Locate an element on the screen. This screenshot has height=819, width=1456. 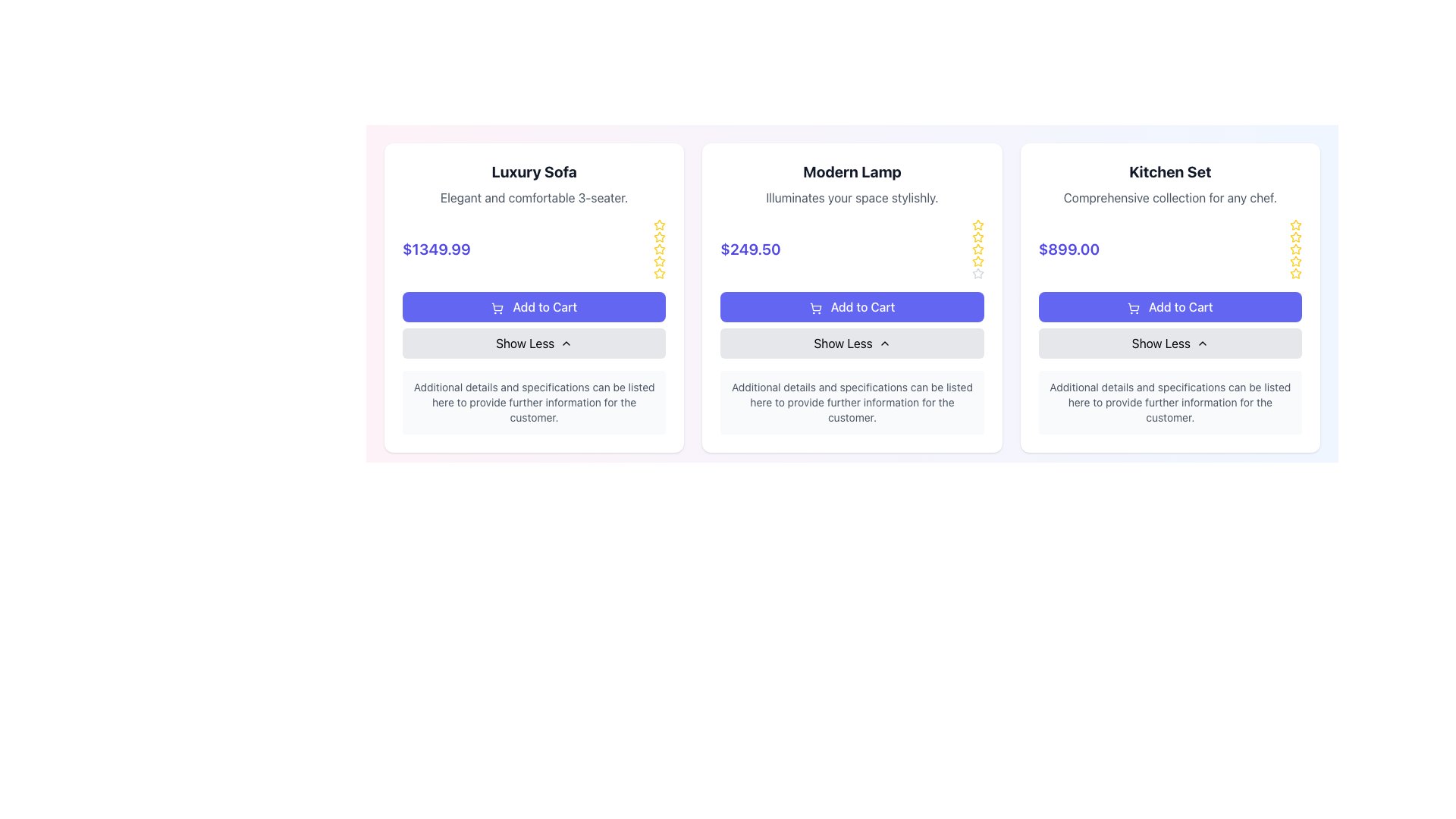
the third star icon in the rating section of the Kitchen Set product card is located at coordinates (1294, 237).